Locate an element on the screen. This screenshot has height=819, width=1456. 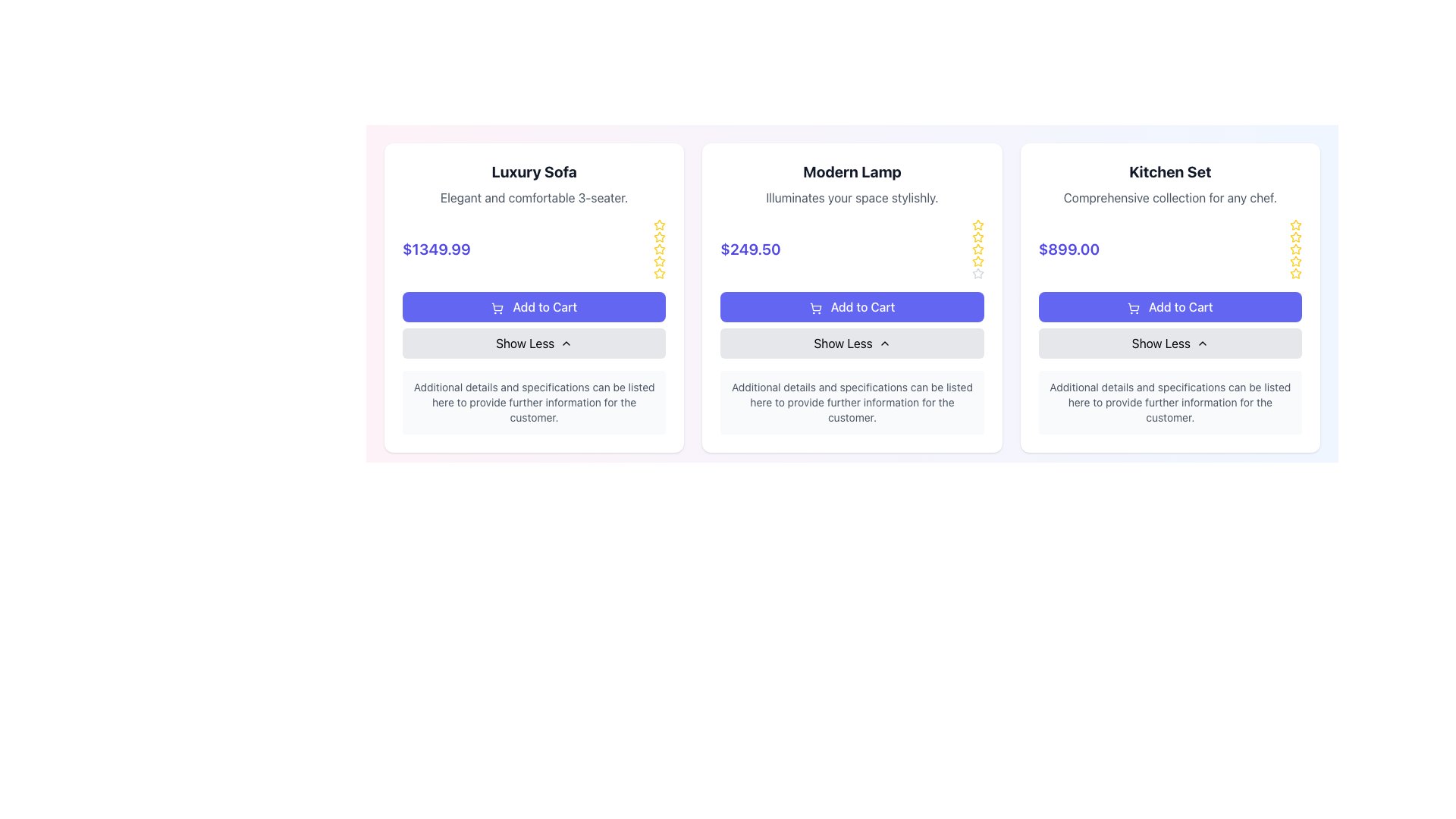
the third star icon in the rating section of the Kitchen Set product card is located at coordinates (1294, 237).